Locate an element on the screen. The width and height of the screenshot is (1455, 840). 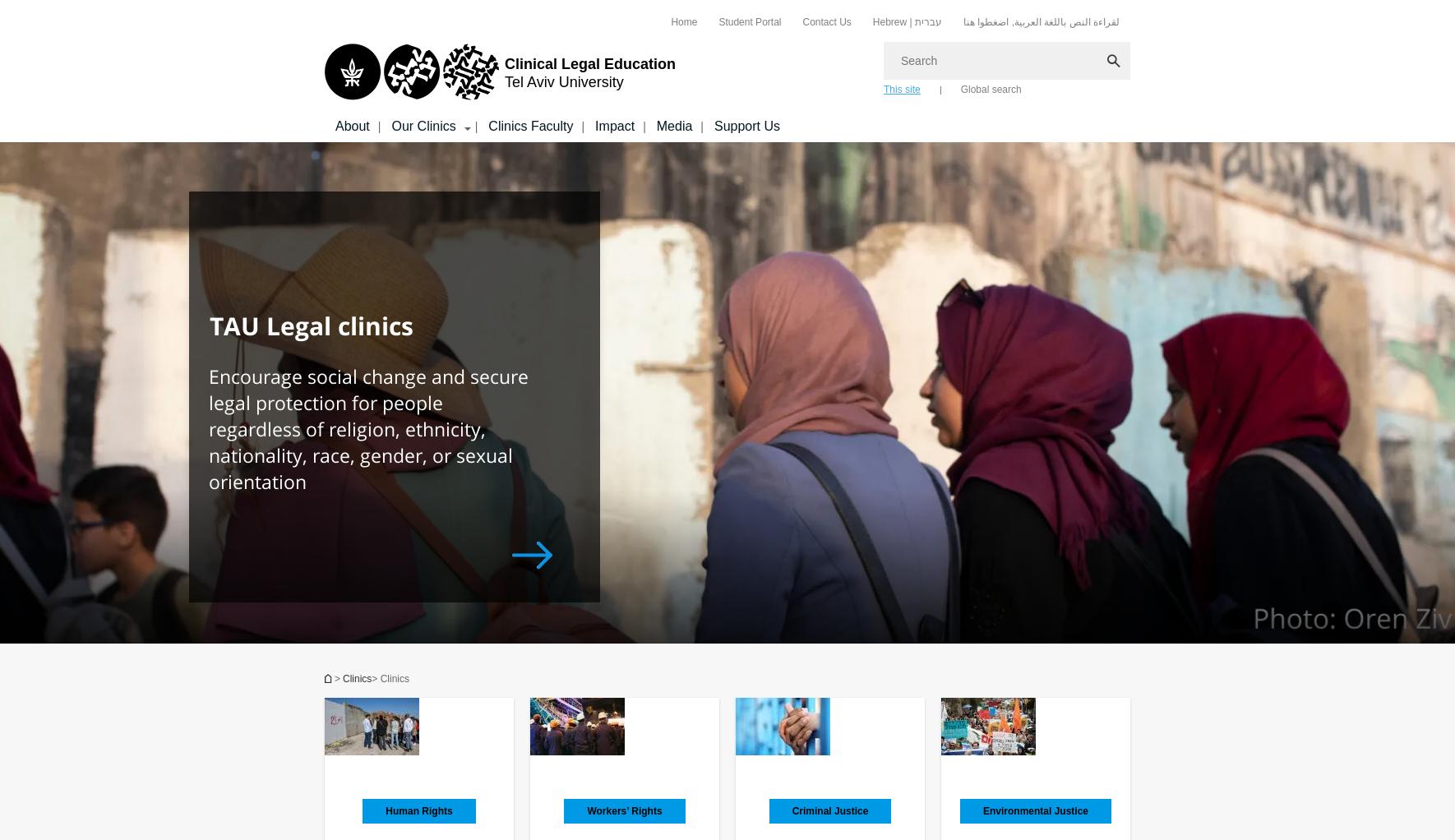
'Human Rights' is located at coordinates (418, 811).